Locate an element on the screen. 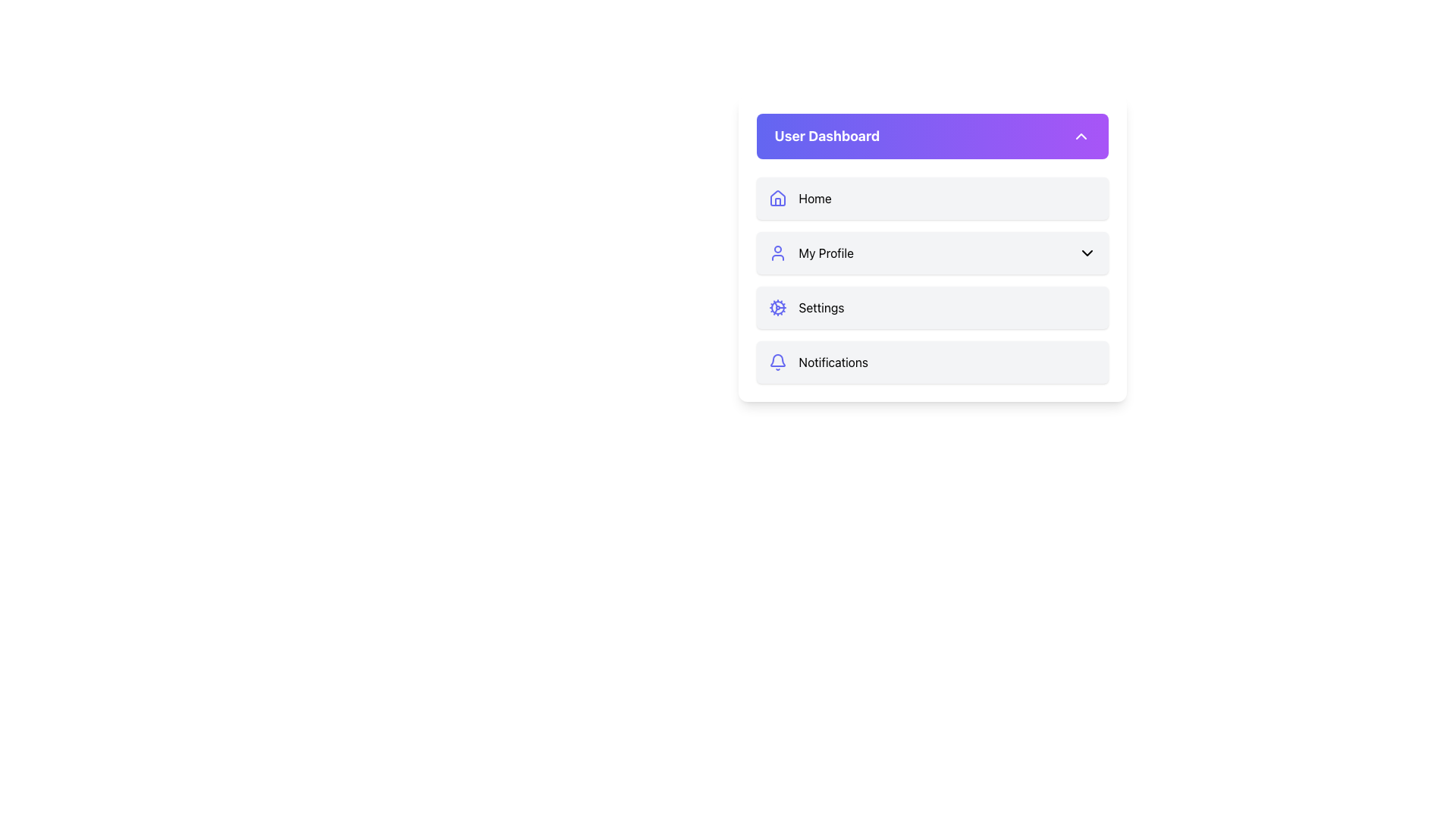  the 'Settings' button, which is the third item in the list within the 'User Dashboard' component, located below 'My Profile' and above 'Notifications' is located at coordinates (931, 281).